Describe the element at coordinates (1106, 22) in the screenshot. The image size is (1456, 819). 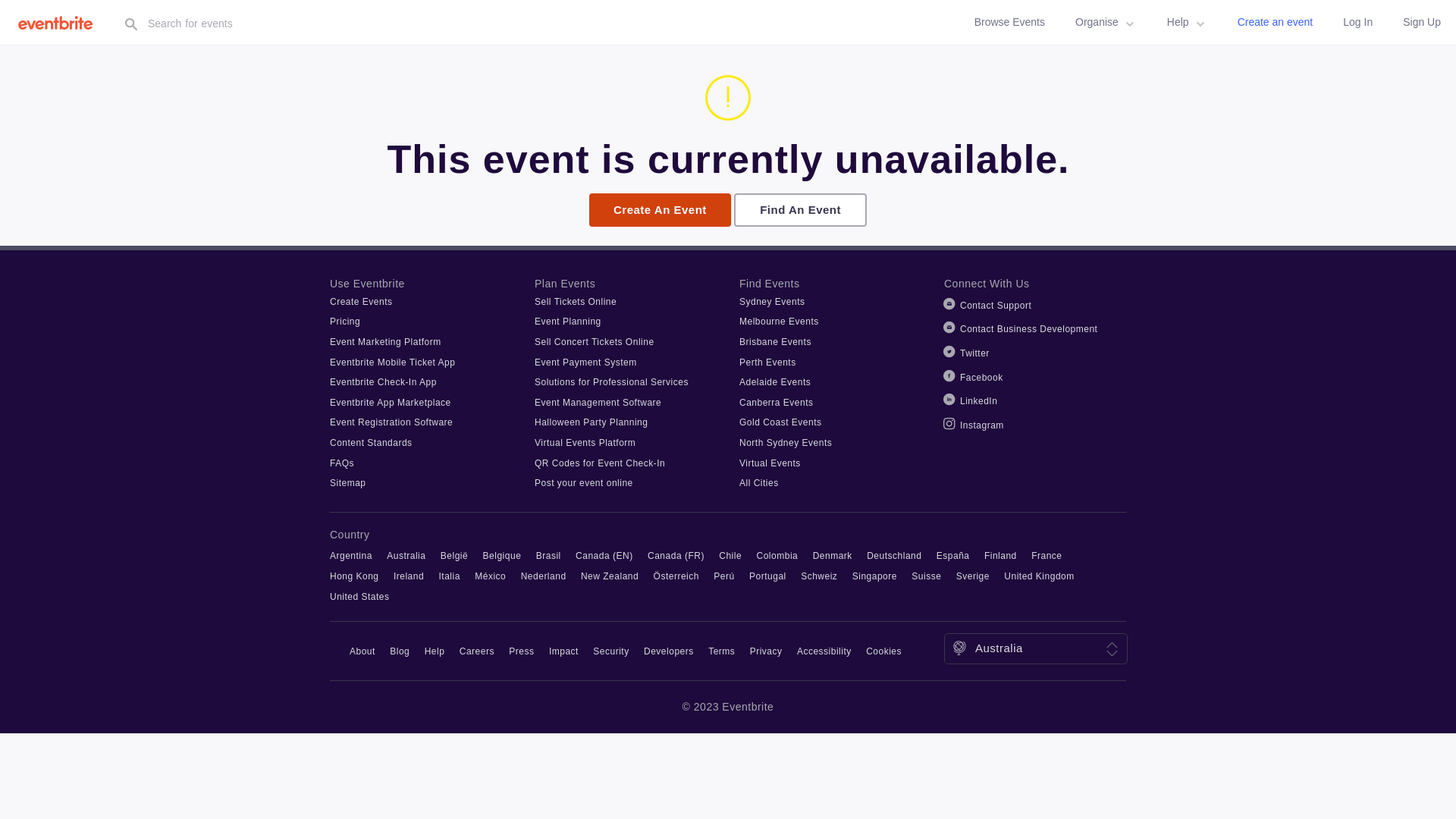
I see `'Organise'` at that location.